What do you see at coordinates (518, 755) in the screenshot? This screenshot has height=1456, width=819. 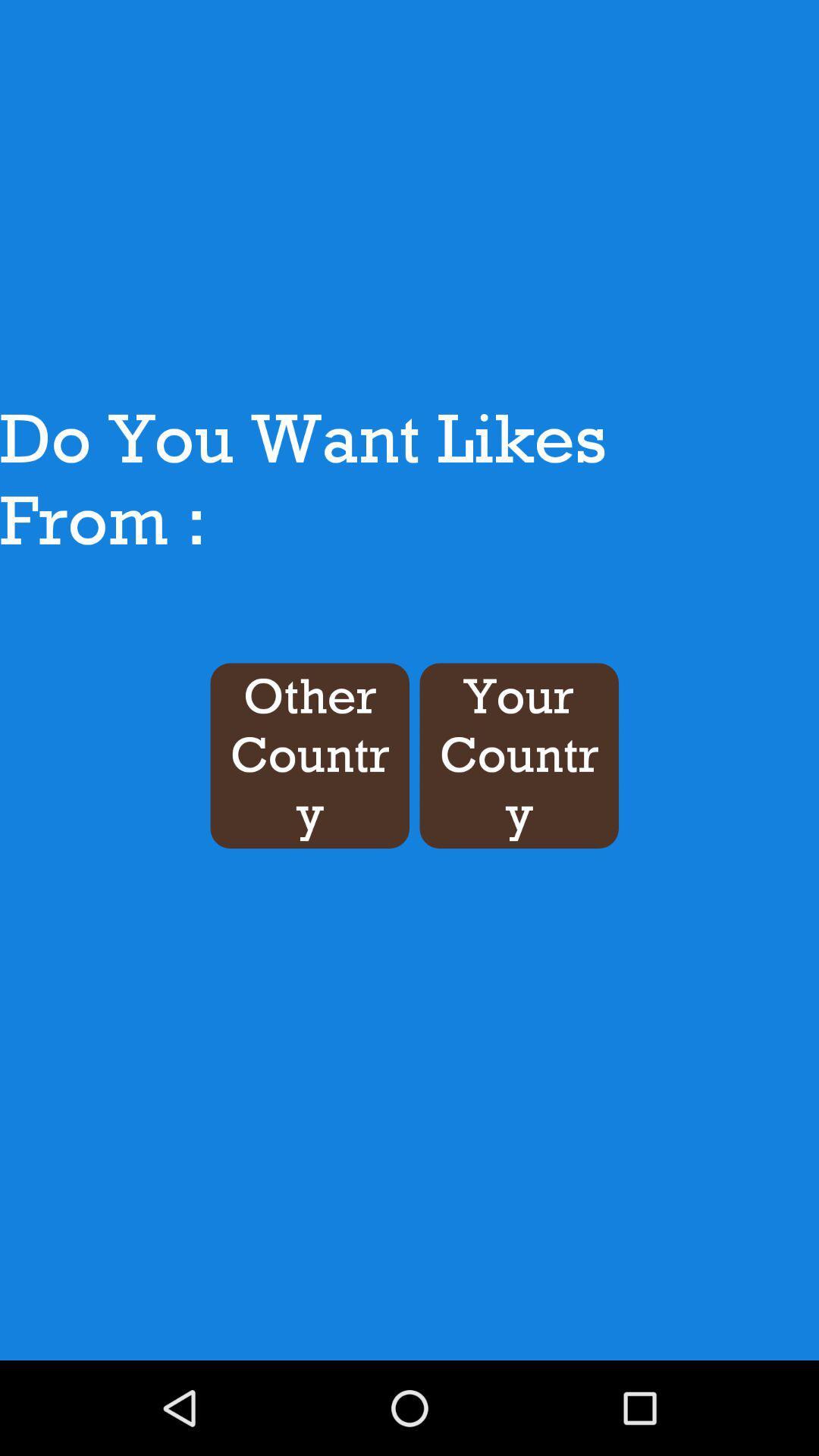 I see `the button next to the other country item` at bounding box center [518, 755].